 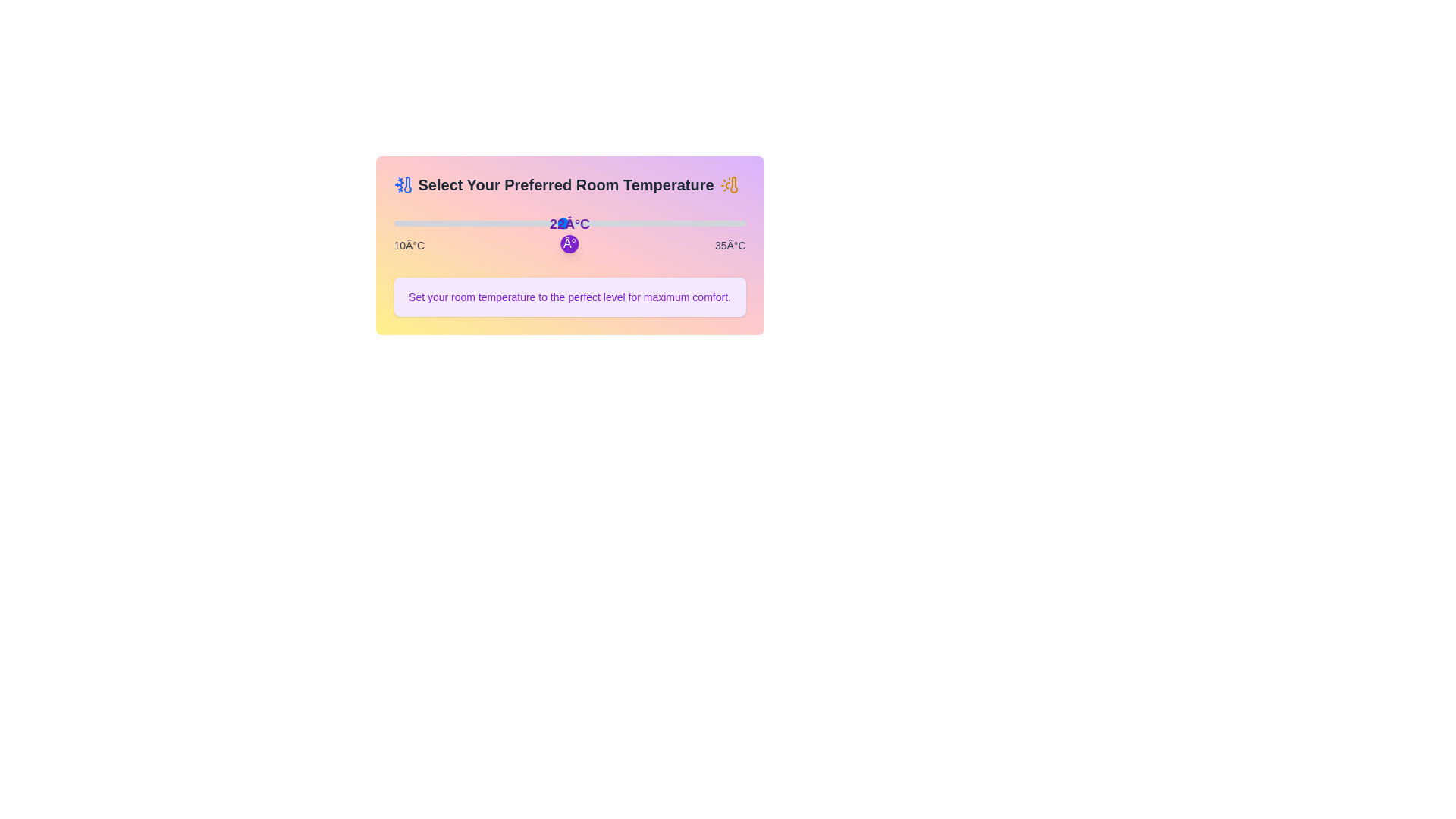 What do you see at coordinates (729, 184) in the screenshot?
I see `the icon sun to view its tooltip` at bounding box center [729, 184].